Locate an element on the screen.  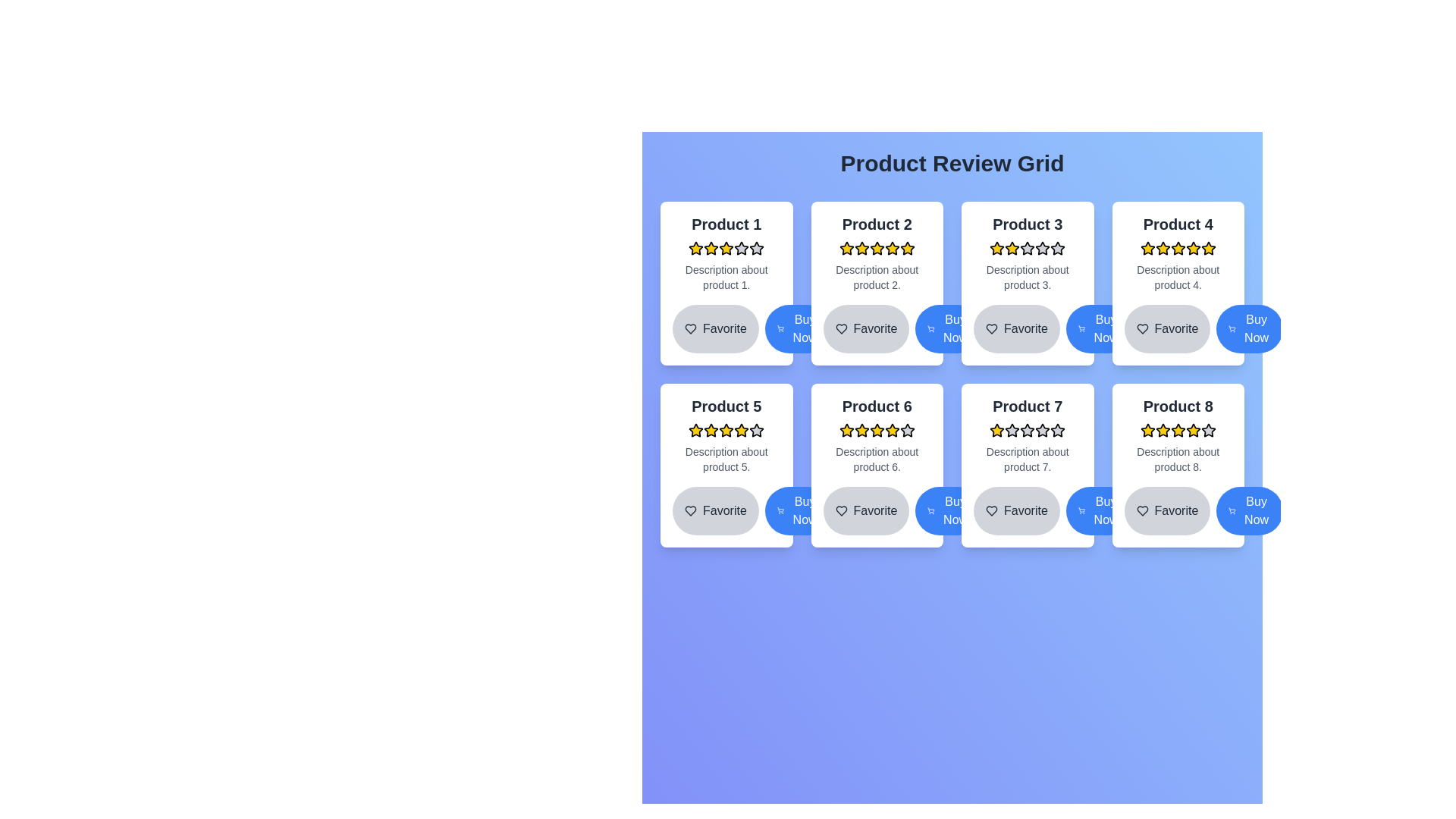
the fifth star in the rating system for 'Product 4' is located at coordinates (1207, 247).